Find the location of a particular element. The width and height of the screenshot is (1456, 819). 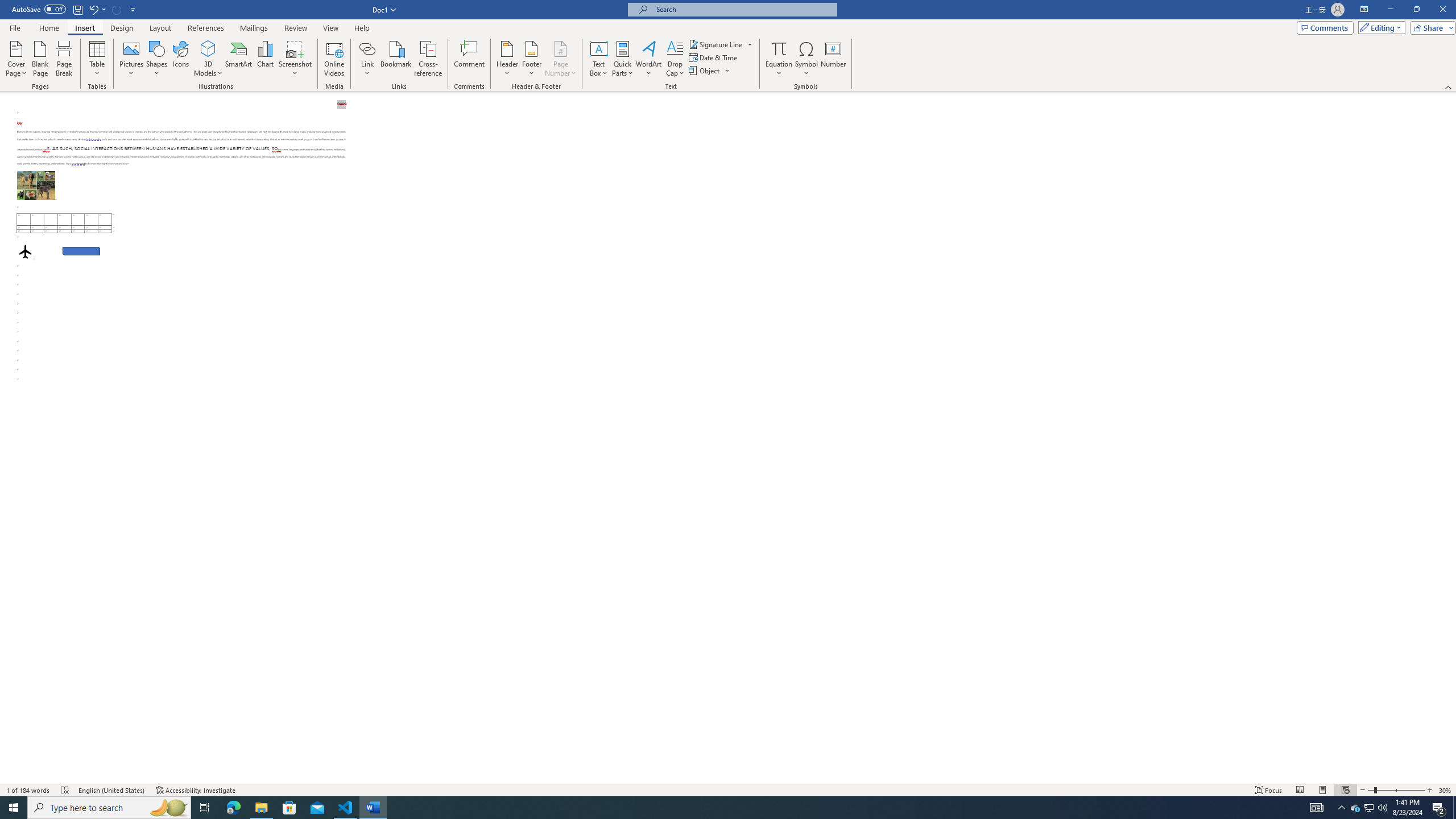

'Rectangle: Diagonal Corners Snipped 2' is located at coordinates (81, 250).